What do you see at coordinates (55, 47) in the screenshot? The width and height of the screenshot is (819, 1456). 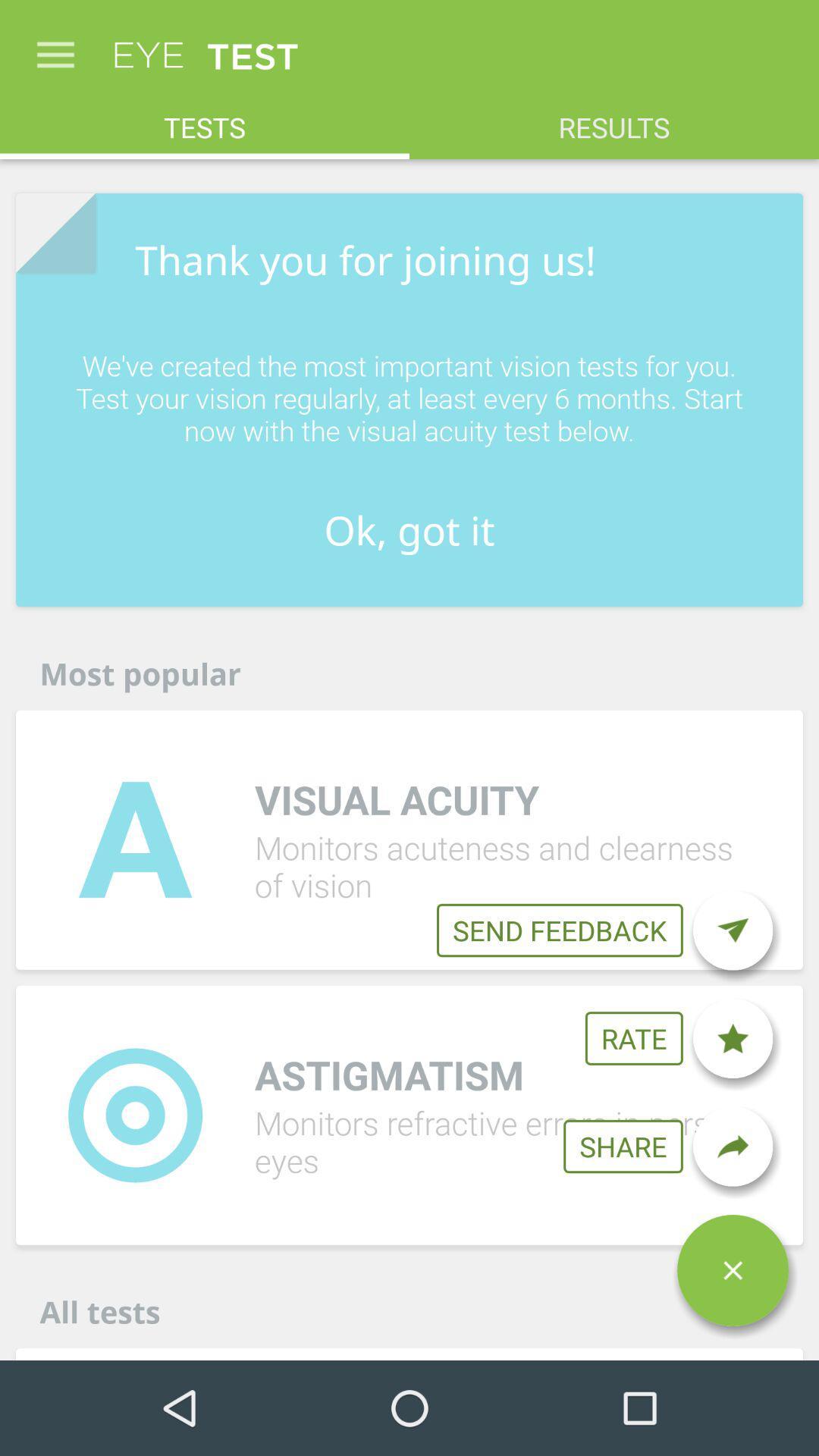 I see `item above the tests` at bounding box center [55, 47].